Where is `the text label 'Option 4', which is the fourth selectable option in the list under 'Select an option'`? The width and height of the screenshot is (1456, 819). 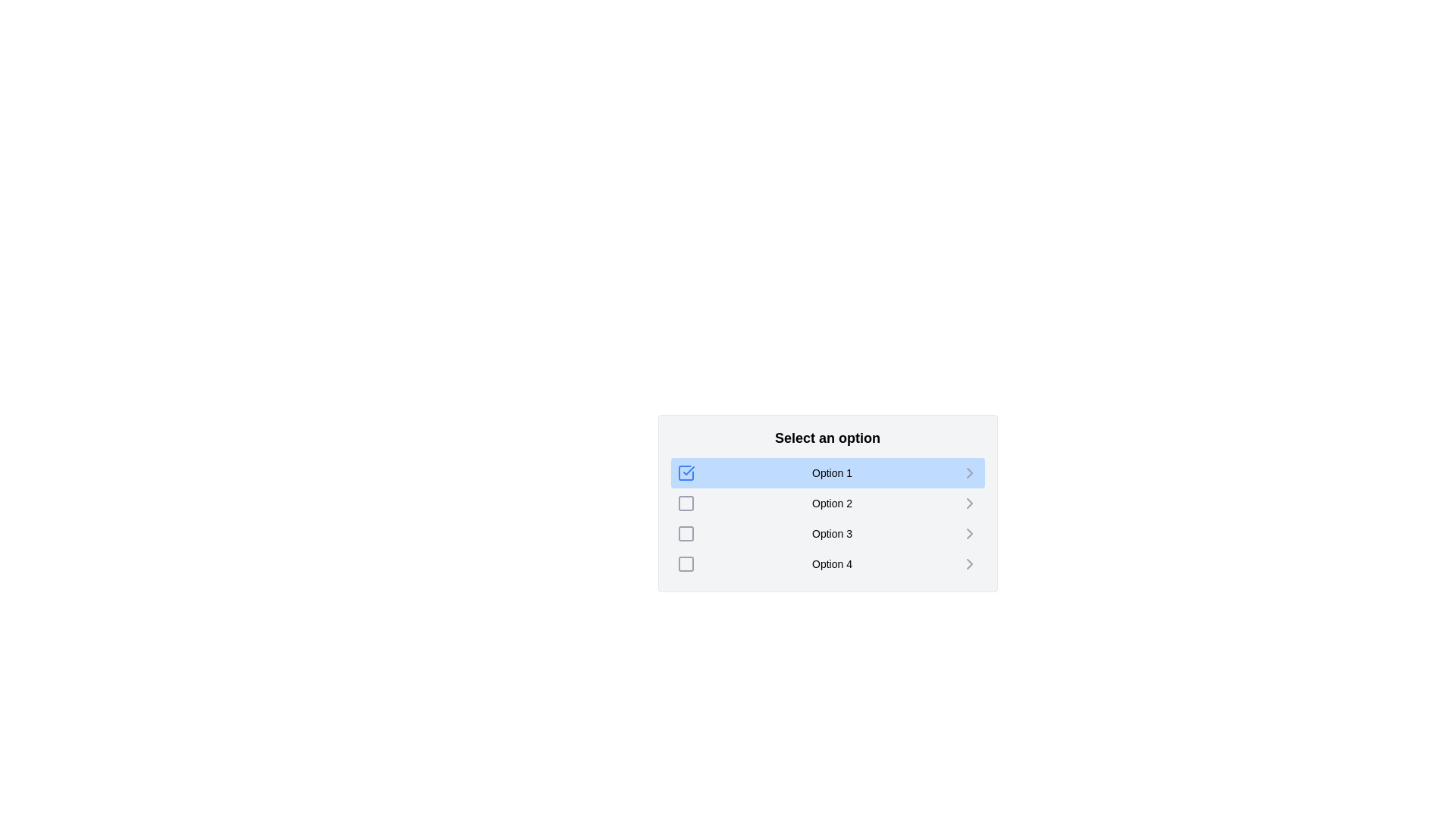
the text label 'Option 4', which is the fourth selectable option in the list under 'Select an option' is located at coordinates (831, 564).